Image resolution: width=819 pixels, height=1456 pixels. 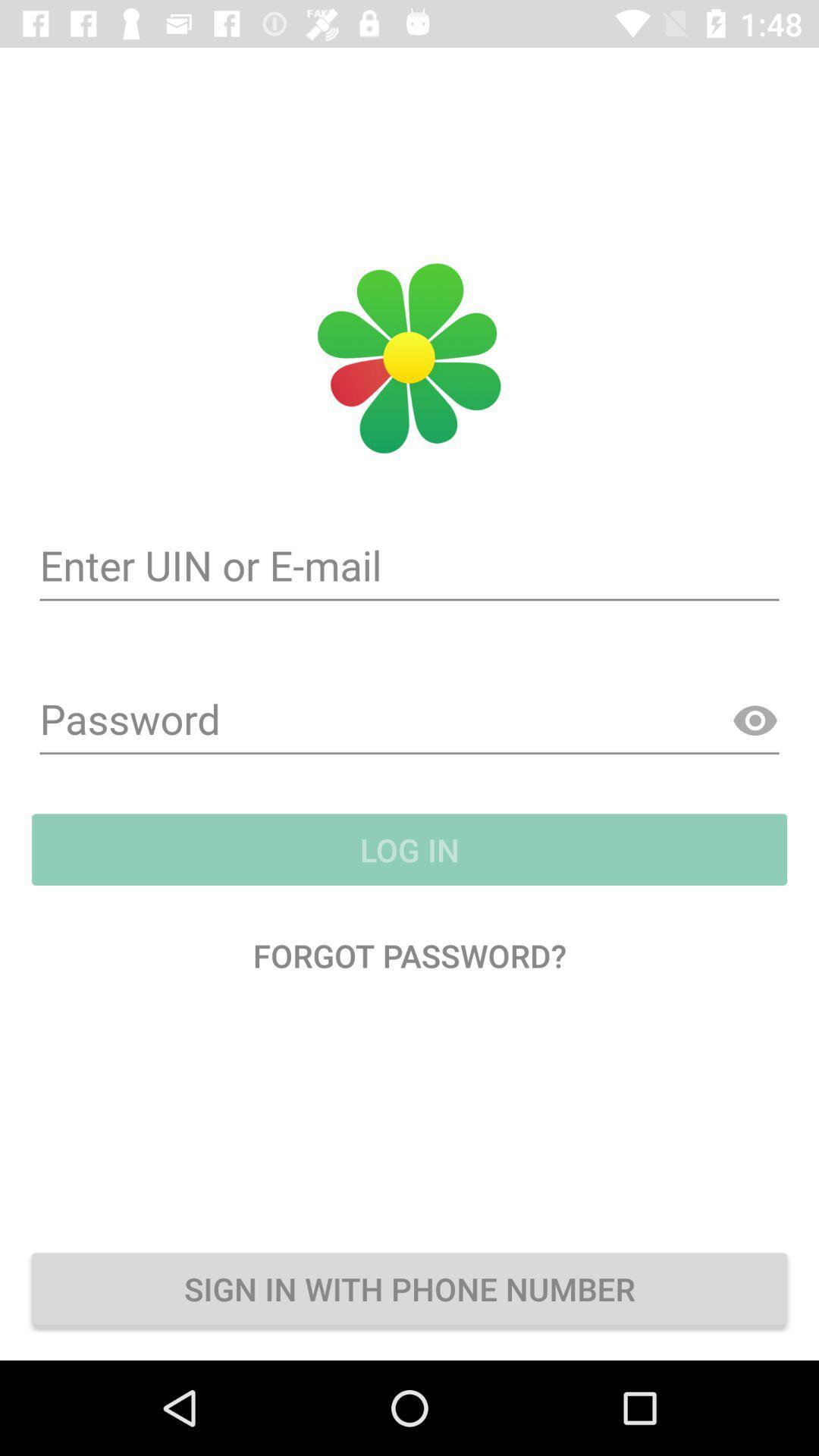 I want to click on the sign in with icon, so click(x=409, y=1288).